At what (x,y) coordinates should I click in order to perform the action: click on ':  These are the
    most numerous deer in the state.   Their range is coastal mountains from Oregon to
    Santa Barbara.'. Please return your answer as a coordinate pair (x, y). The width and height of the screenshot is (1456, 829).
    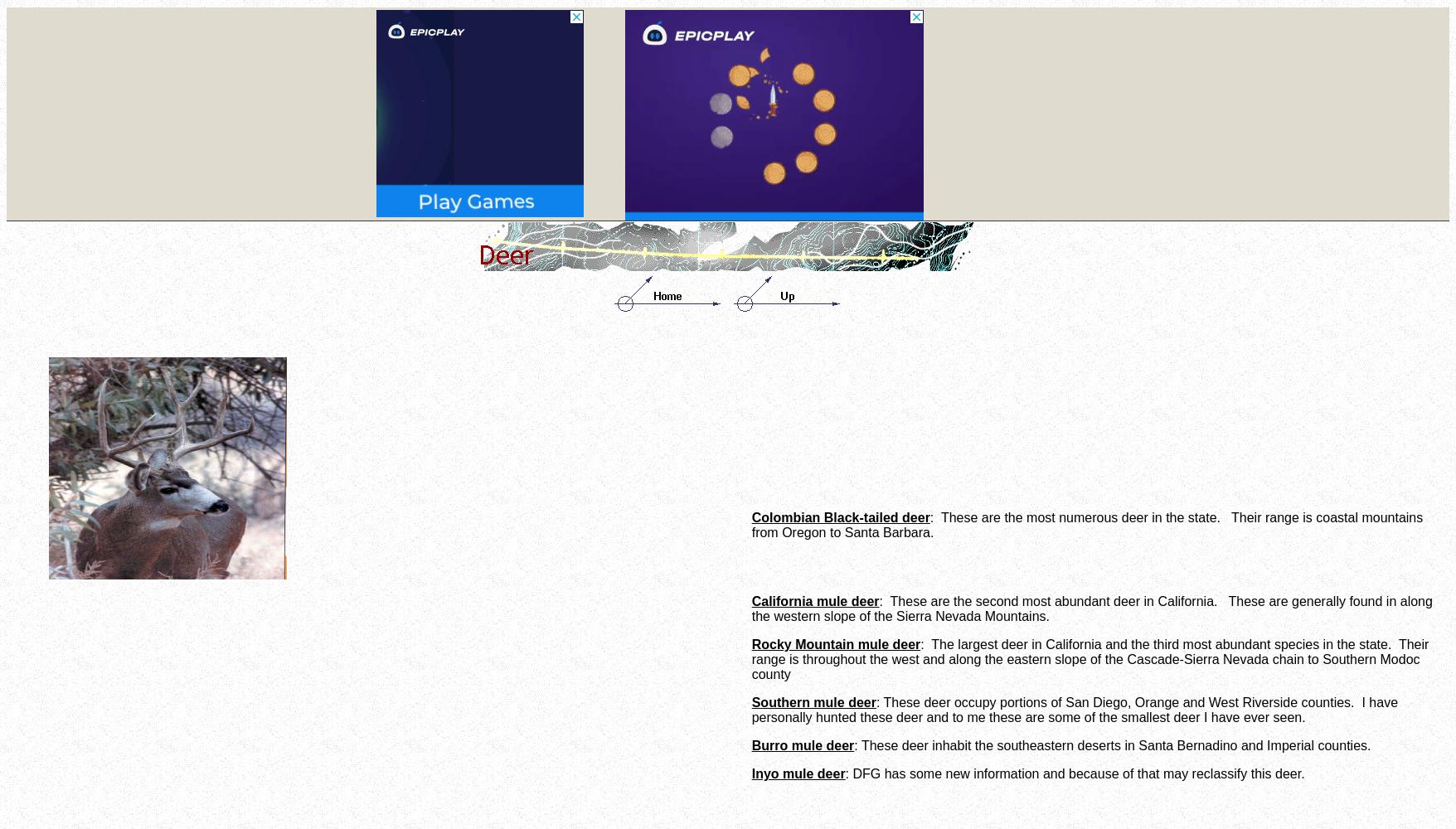
    Looking at the image, I should click on (1086, 525).